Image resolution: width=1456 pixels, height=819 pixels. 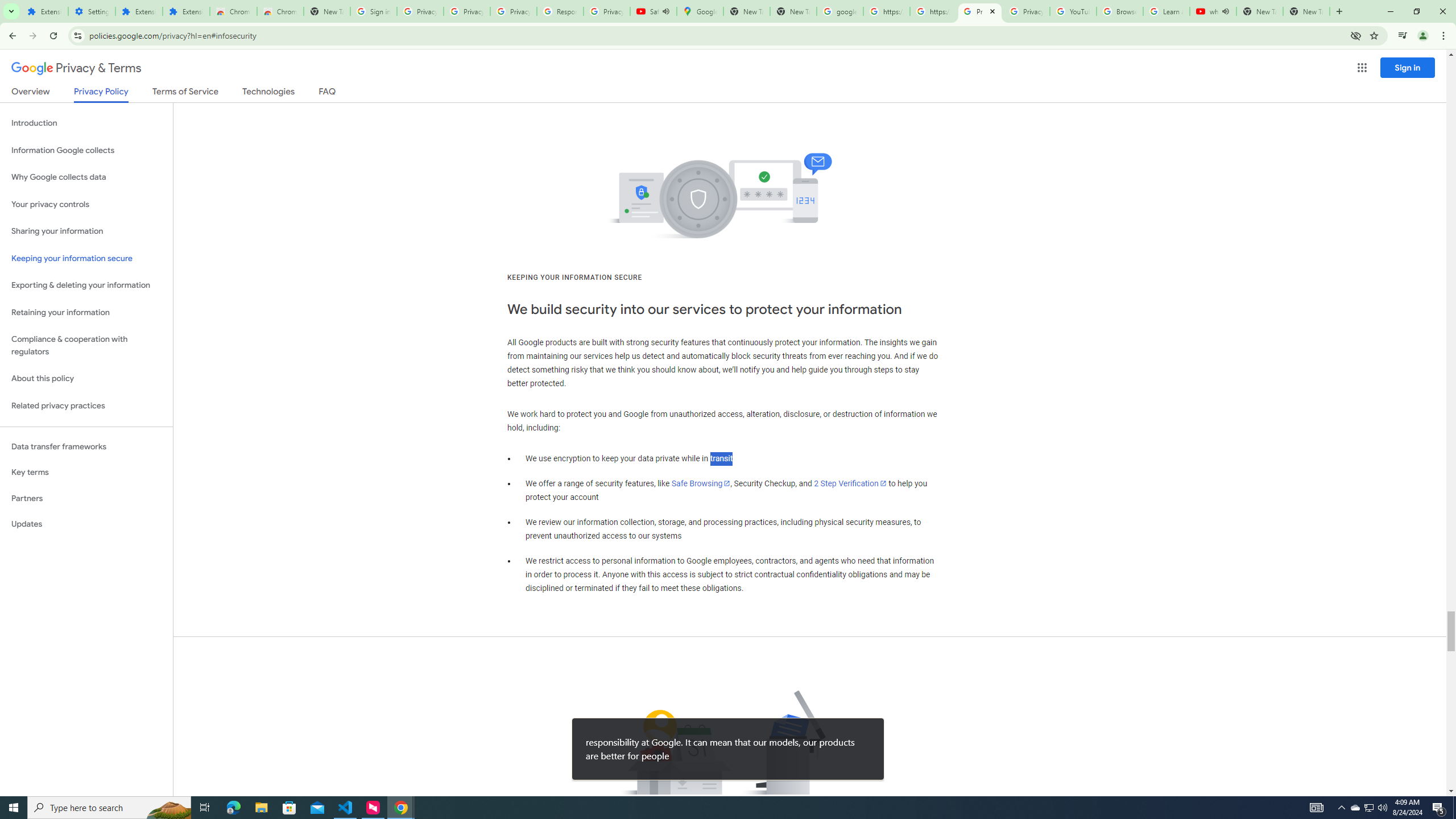 What do you see at coordinates (86, 150) in the screenshot?
I see `'Information Google collects'` at bounding box center [86, 150].